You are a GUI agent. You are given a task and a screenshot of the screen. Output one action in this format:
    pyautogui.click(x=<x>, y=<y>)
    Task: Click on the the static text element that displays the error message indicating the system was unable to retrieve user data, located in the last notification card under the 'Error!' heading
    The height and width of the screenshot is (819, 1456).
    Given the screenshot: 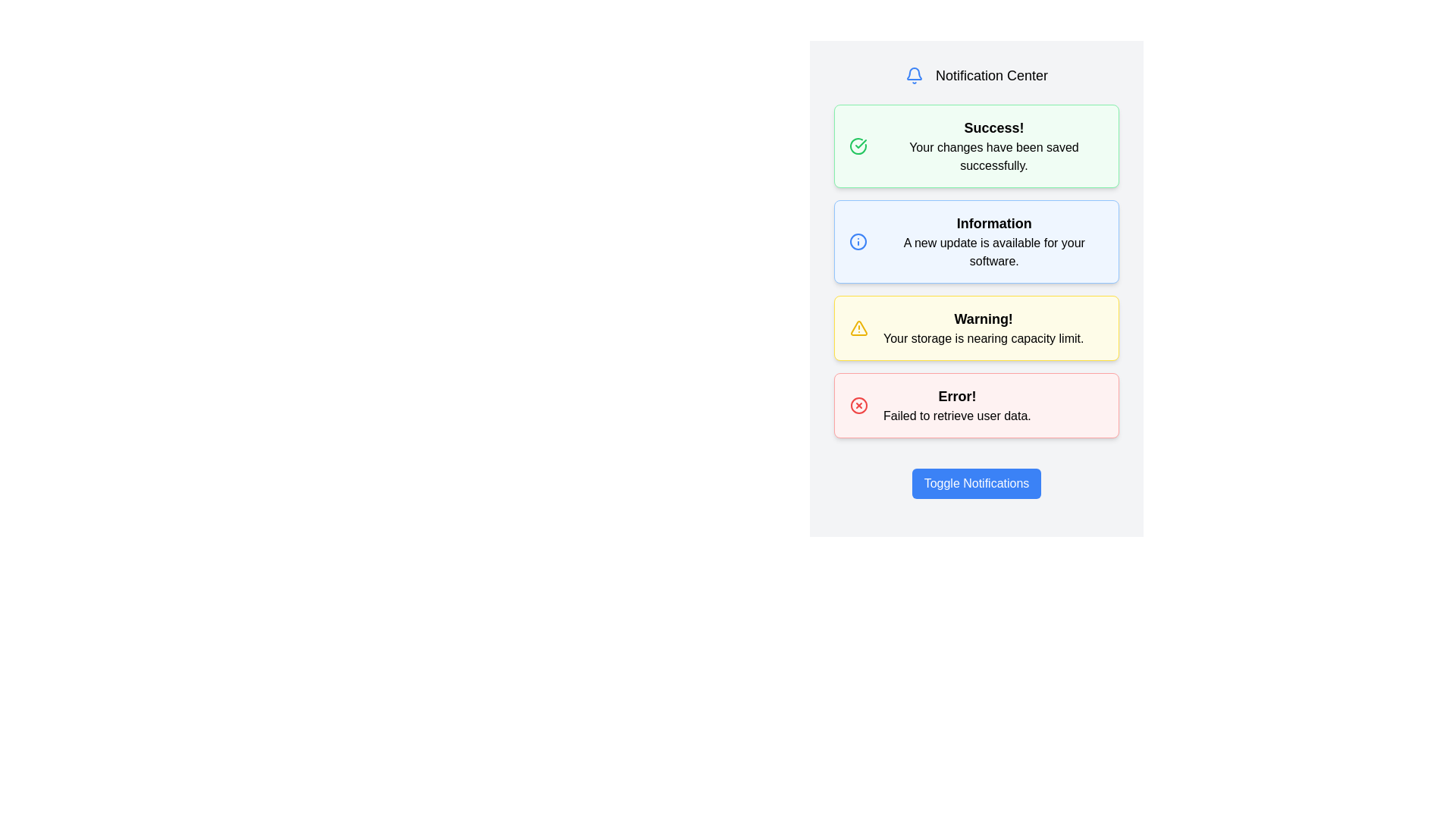 What is the action you would take?
    pyautogui.click(x=956, y=416)
    